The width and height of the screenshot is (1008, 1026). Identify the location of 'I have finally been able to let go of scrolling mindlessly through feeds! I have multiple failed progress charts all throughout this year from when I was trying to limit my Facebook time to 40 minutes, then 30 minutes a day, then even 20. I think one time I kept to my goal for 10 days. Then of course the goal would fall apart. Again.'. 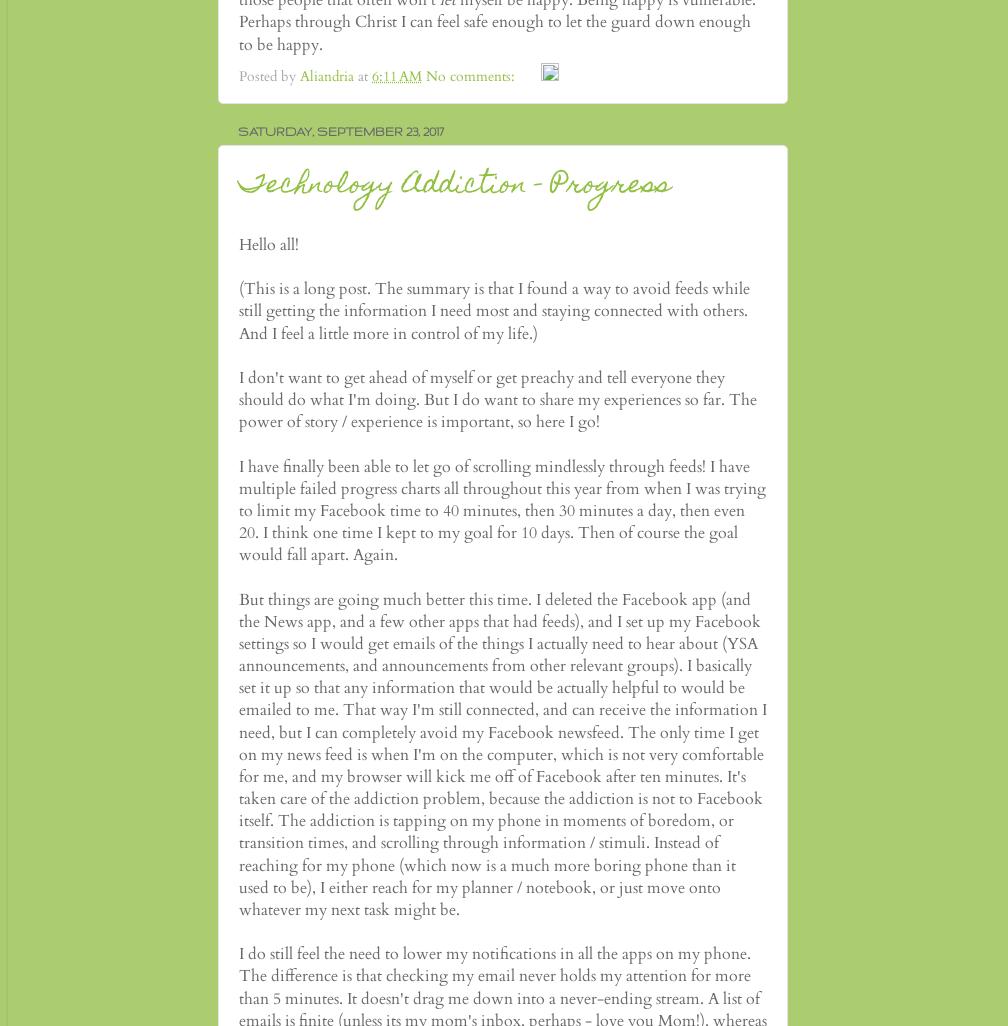
(502, 509).